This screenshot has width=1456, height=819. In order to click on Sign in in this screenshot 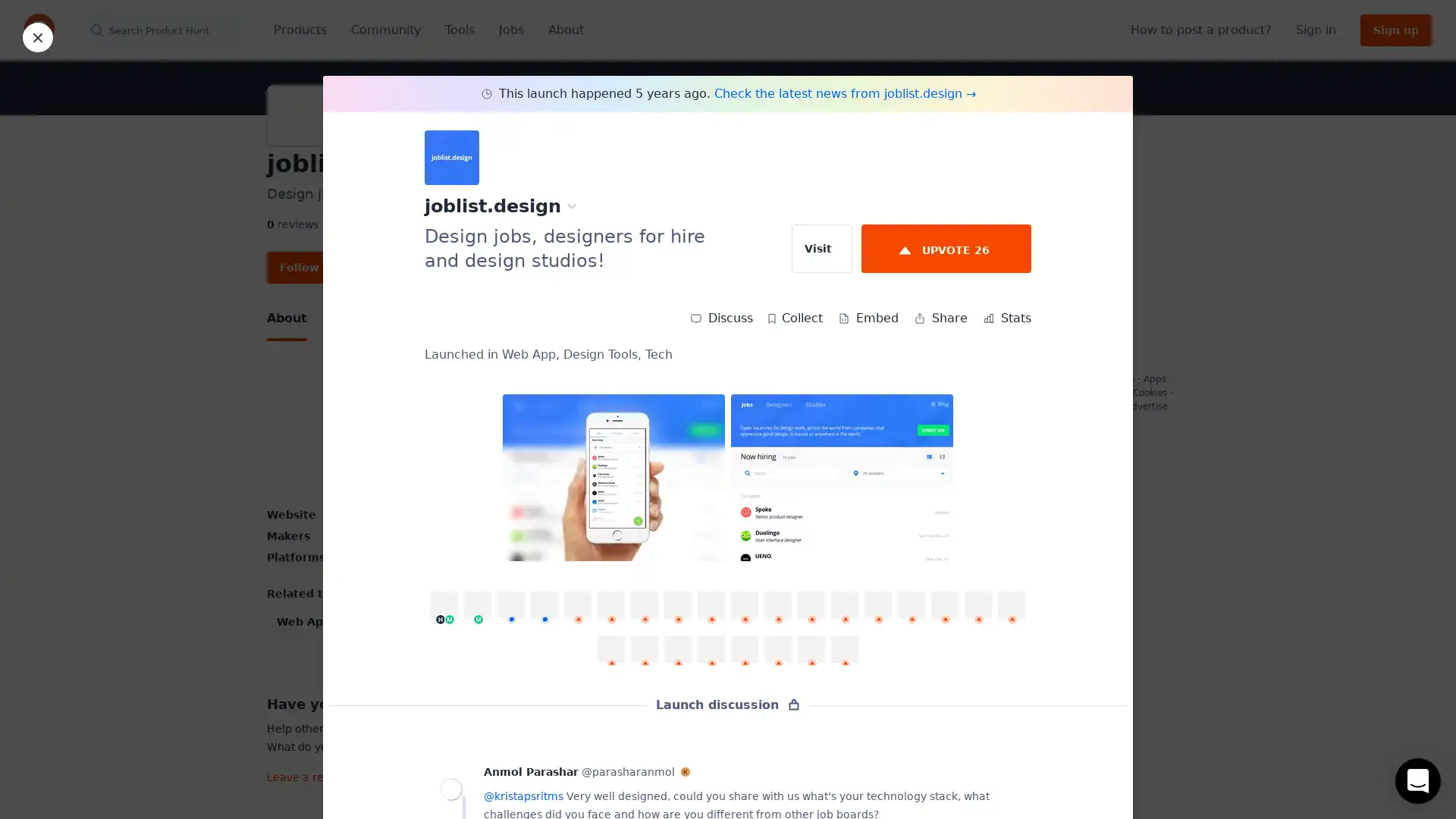, I will do `click(1315, 30)`.